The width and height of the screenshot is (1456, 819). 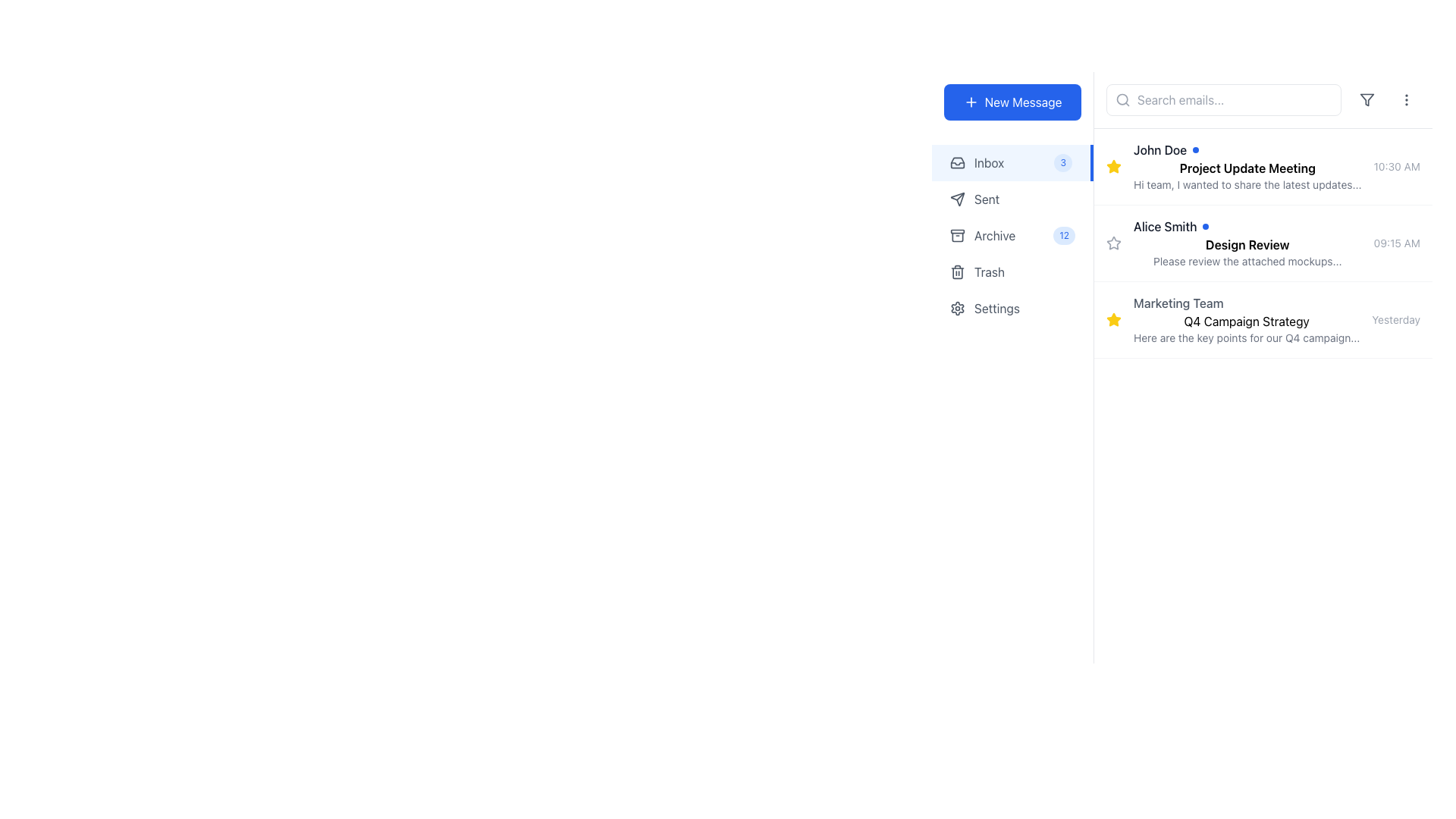 What do you see at coordinates (956, 198) in the screenshot?
I see `the paper plane icon representing the 'Send' functionality located in the left-side panel next to the 'Sent' label` at bounding box center [956, 198].